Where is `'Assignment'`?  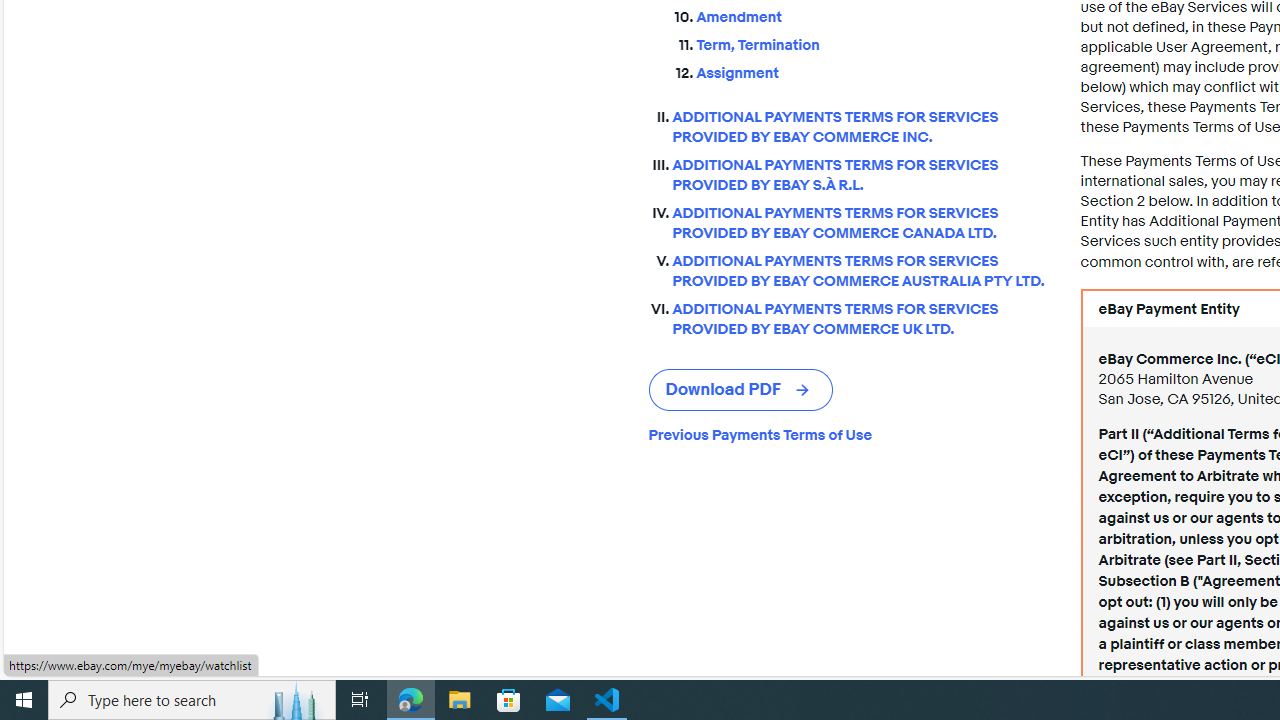 'Assignment' is located at coordinates (872, 68).